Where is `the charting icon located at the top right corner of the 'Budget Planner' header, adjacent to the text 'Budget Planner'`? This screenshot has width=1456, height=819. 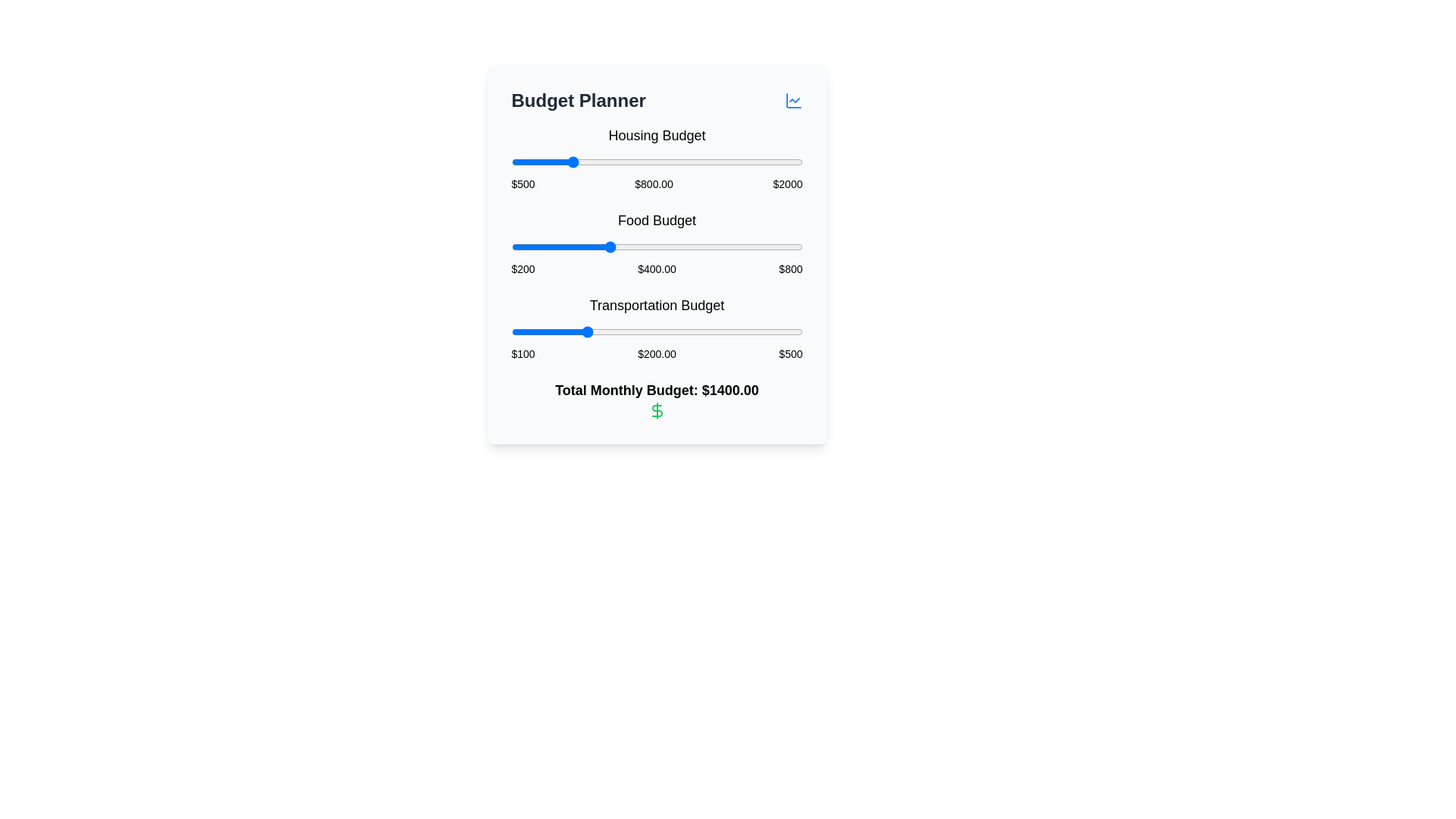
the charting icon located at the top right corner of the 'Budget Planner' header, adjacent to the text 'Budget Planner' is located at coordinates (792, 100).